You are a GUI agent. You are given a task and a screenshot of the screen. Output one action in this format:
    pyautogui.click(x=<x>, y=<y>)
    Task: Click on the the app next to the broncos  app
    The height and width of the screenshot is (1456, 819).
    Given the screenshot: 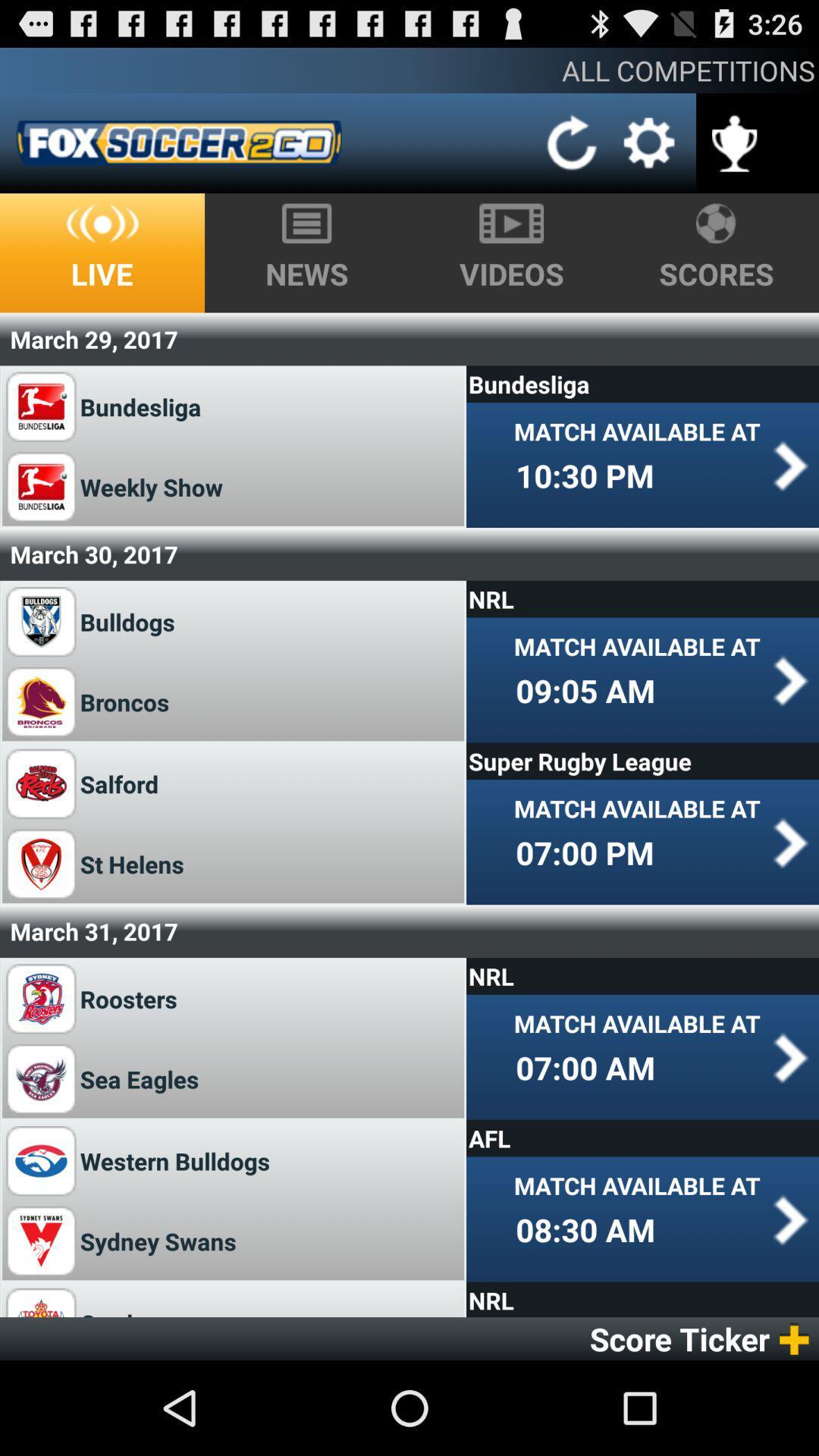 What is the action you would take?
    pyautogui.click(x=585, y=689)
    